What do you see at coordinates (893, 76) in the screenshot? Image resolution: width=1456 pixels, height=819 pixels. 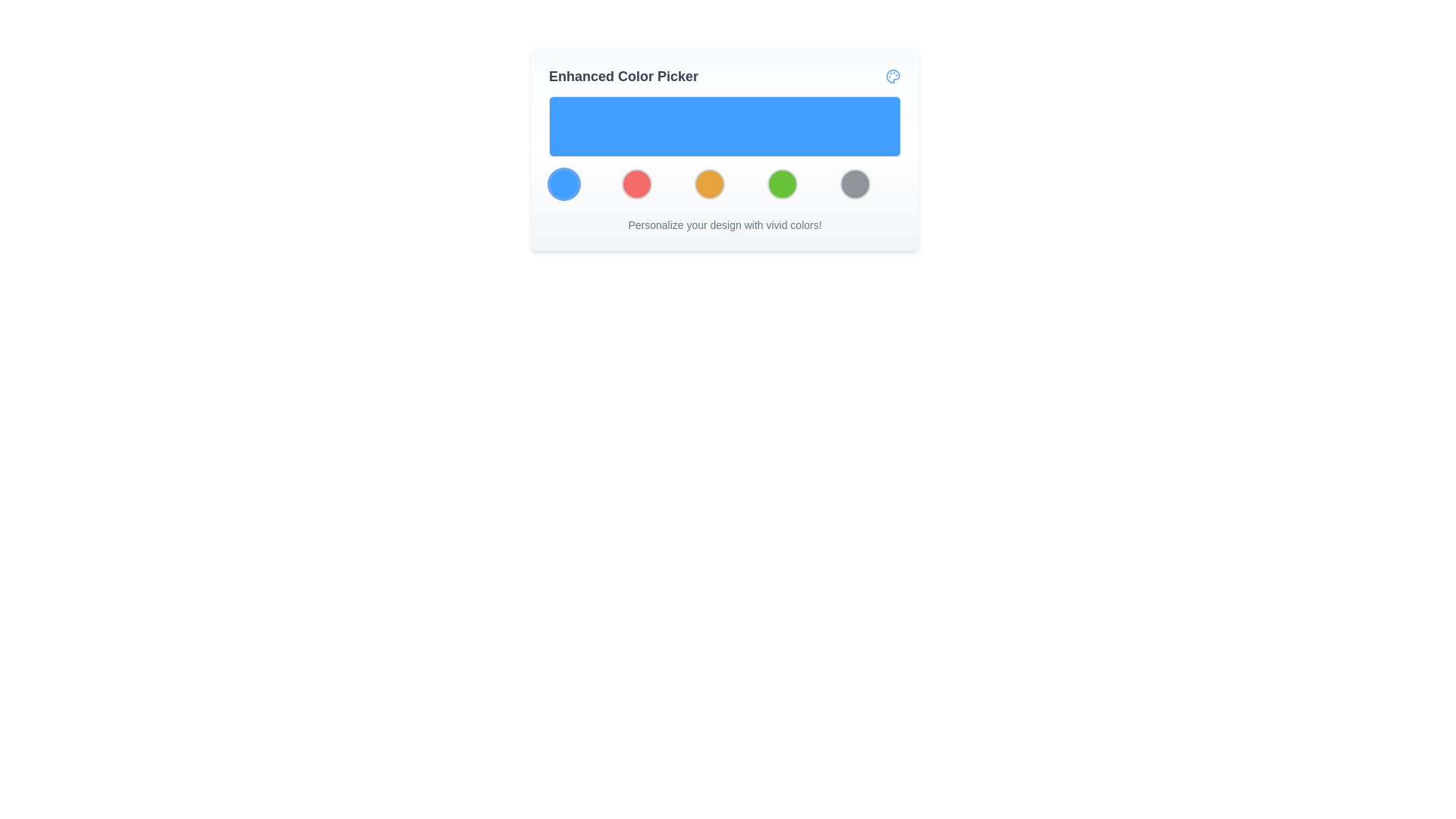 I see `the color palette icon located in the top-right corner of the interface` at bounding box center [893, 76].